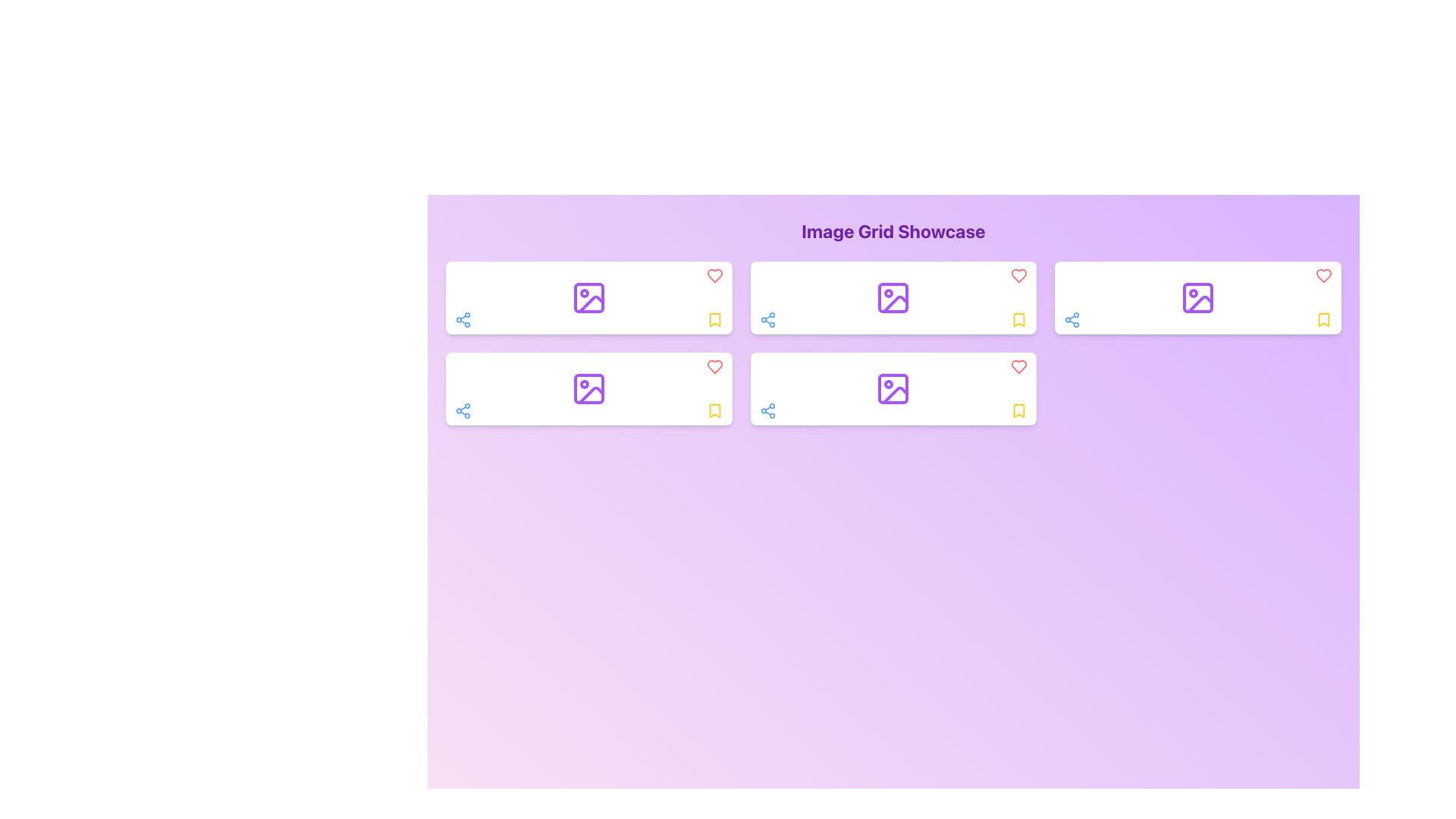 The image size is (1456, 819). What do you see at coordinates (588, 298) in the screenshot?
I see `the purple rectangle with rounded corners that serves as the base background of the image icon located in the top-left position of the grid items` at bounding box center [588, 298].